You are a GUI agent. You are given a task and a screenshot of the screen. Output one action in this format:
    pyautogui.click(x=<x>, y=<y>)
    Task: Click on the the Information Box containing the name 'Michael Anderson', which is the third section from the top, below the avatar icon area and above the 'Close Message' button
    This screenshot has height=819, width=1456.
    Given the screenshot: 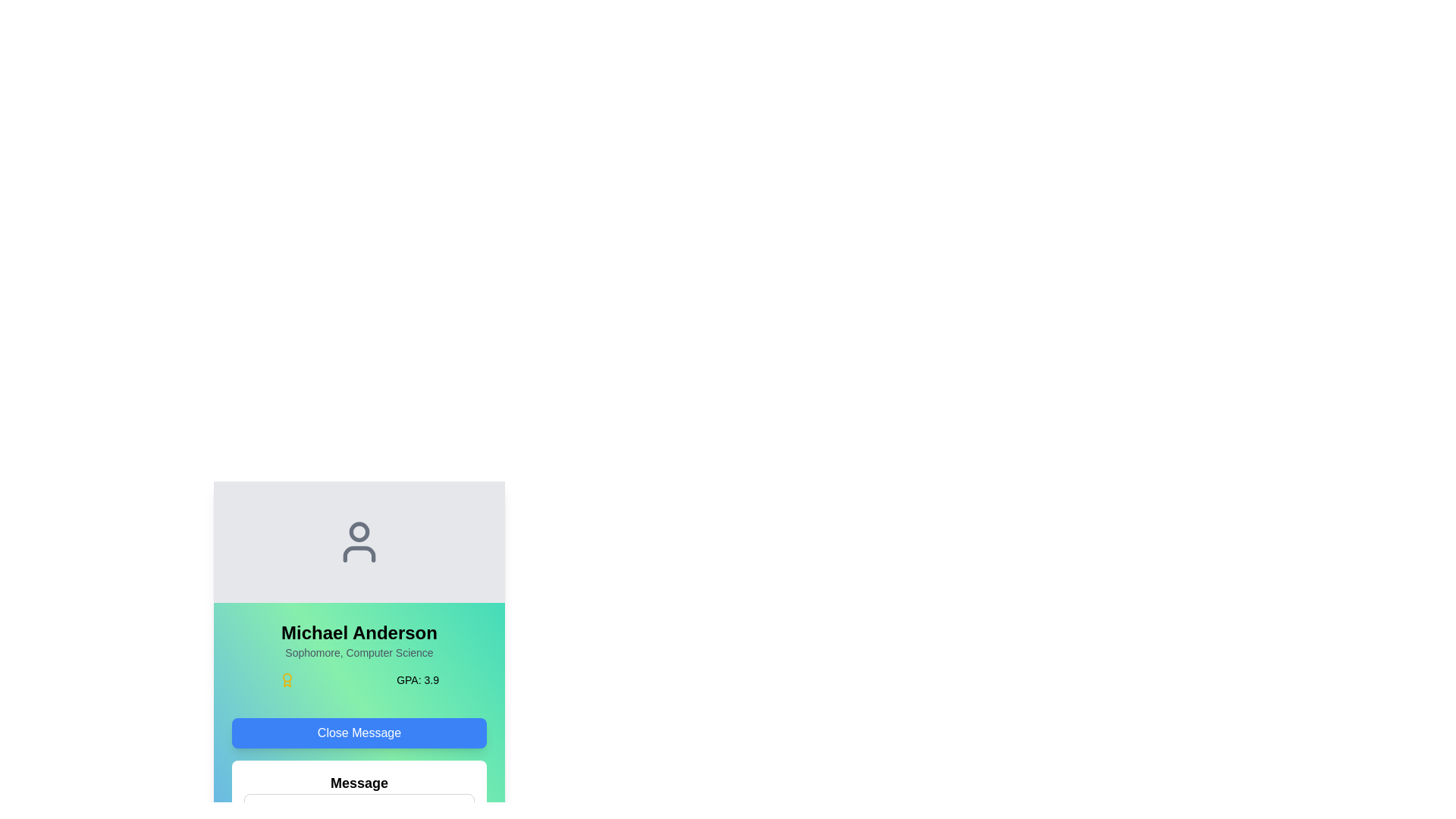 What is the action you would take?
    pyautogui.click(x=359, y=654)
    